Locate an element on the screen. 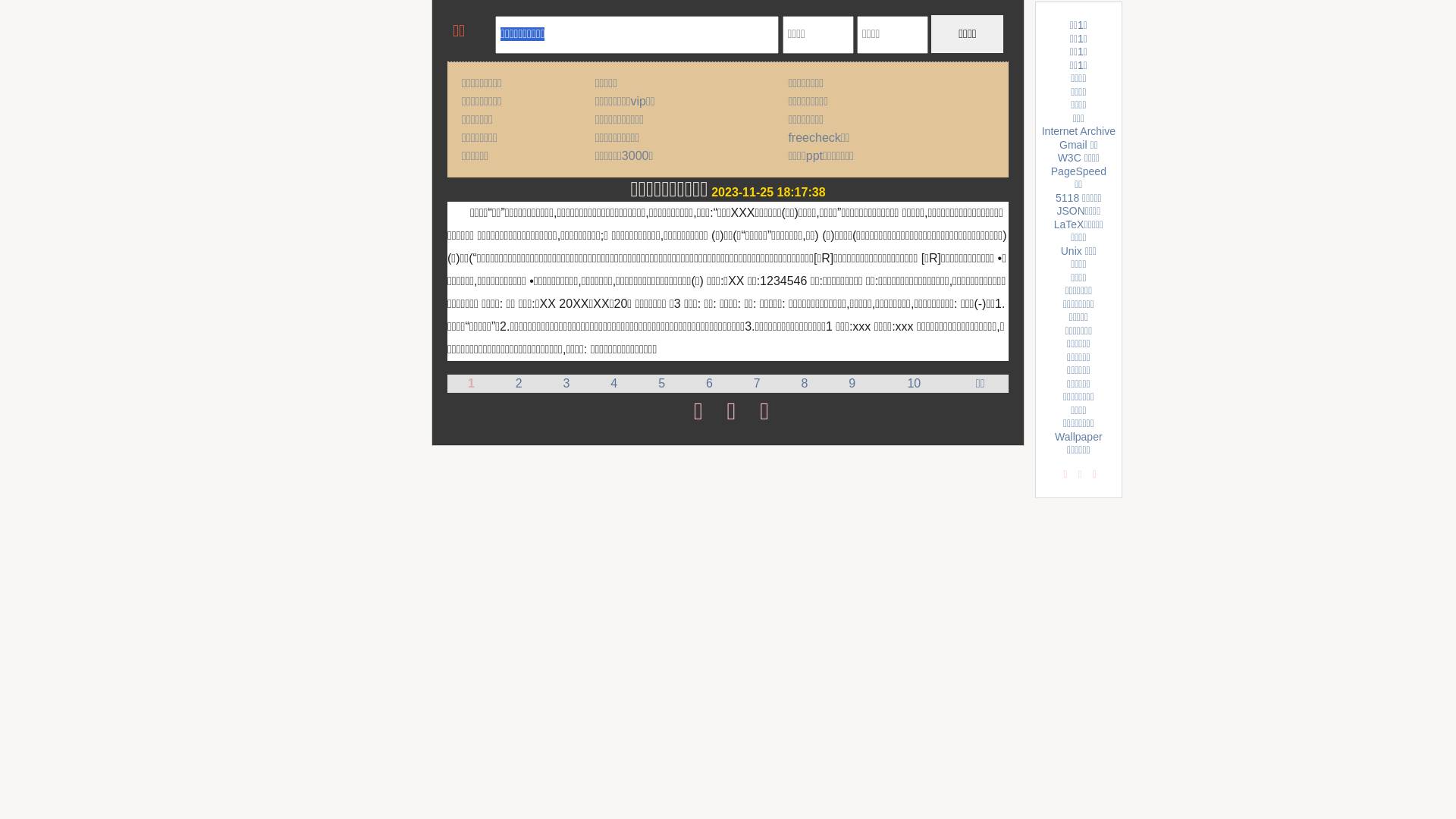  '4' is located at coordinates (610, 382).